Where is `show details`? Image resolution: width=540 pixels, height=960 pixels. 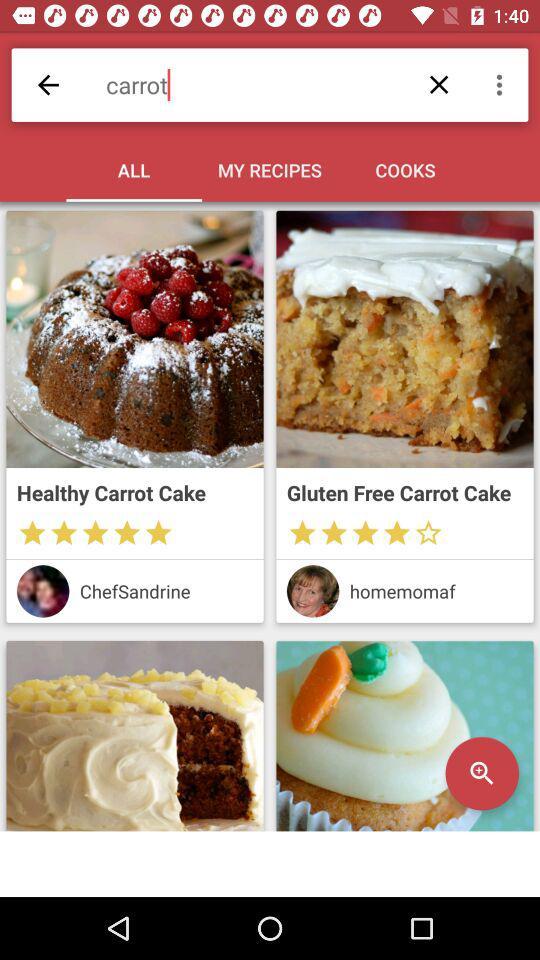 show details is located at coordinates (405, 735).